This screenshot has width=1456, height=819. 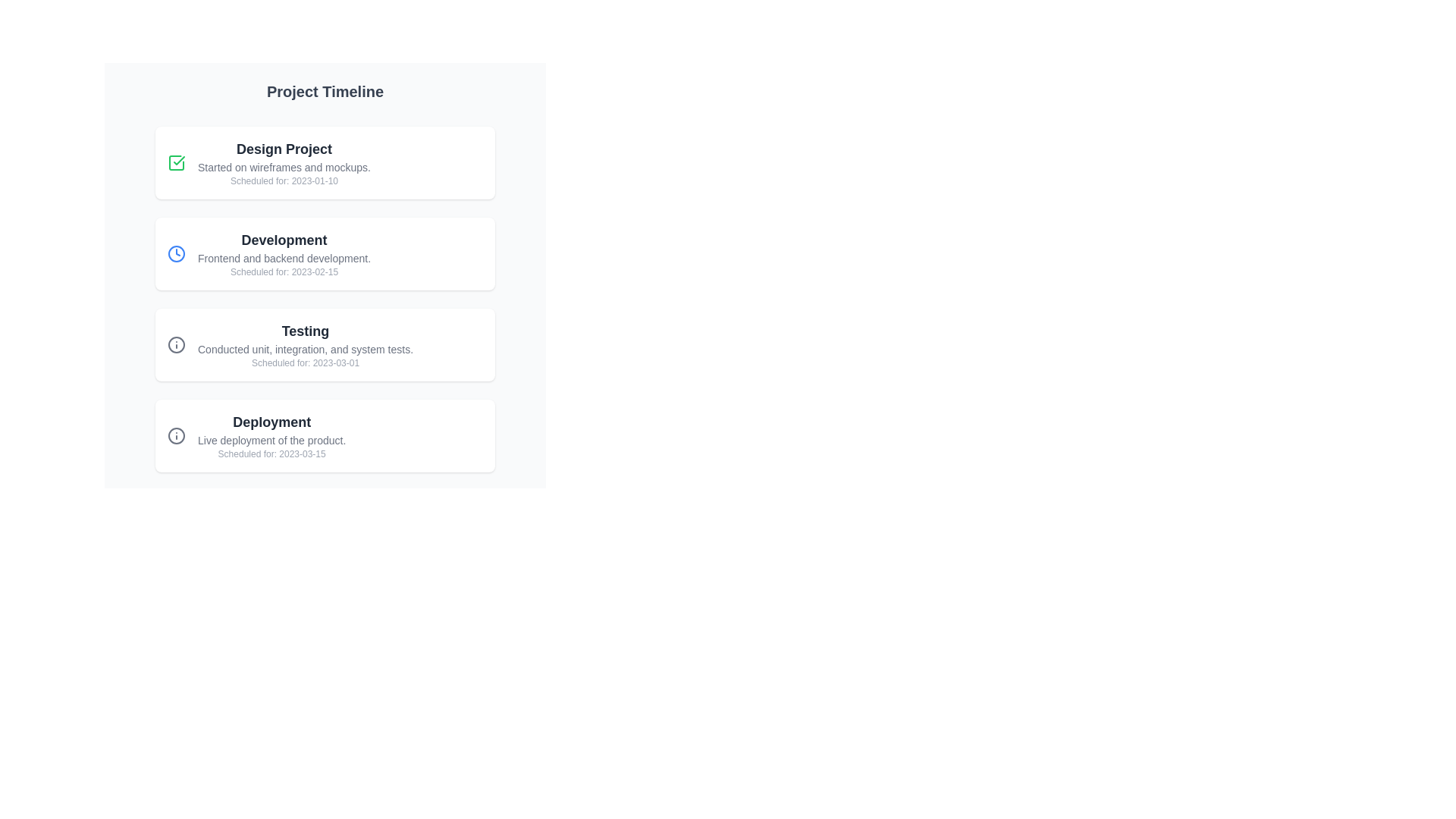 What do you see at coordinates (284, 257) in the screenshot?
I see `the text label that reads 'Frontend and backend development.', which is styled with a smaller font size and gray color, located below the bold title 'Development'` at bounding box center [284, 257].